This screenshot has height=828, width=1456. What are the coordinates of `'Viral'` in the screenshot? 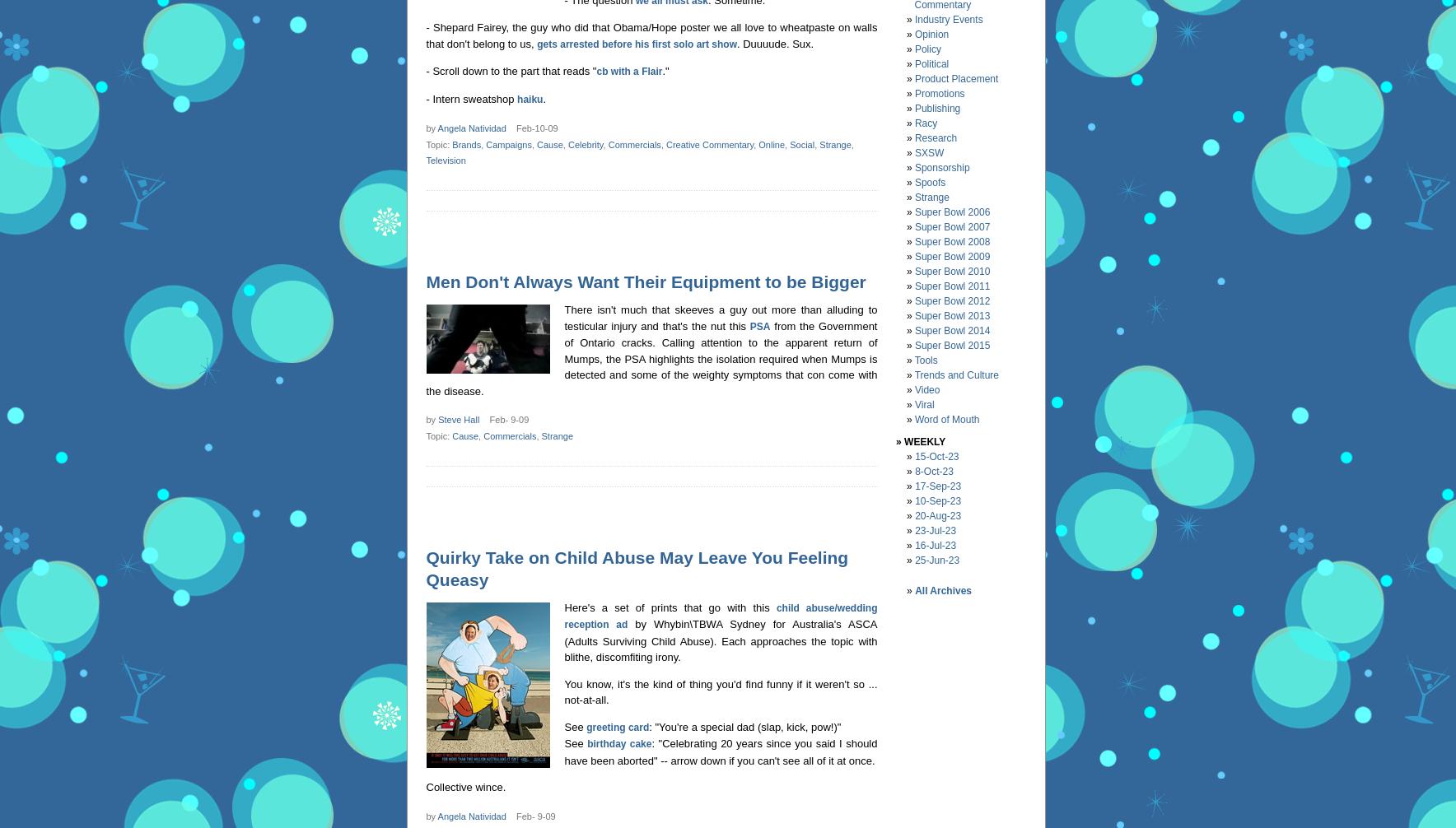 It's located at (913, 403).